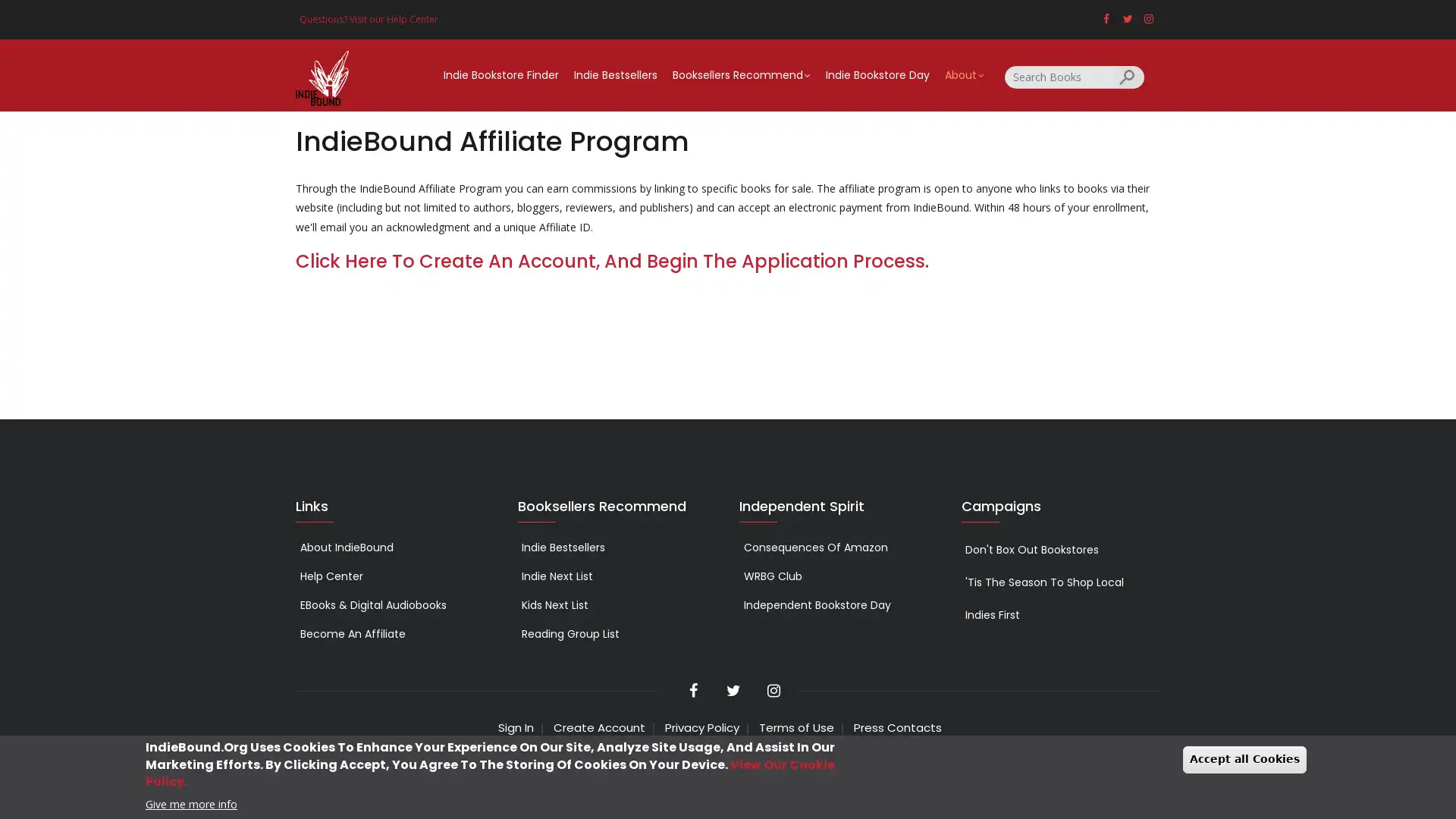 The image size is (1456, 819). I want to click on Accept all Cookies, so click(1244, 759).